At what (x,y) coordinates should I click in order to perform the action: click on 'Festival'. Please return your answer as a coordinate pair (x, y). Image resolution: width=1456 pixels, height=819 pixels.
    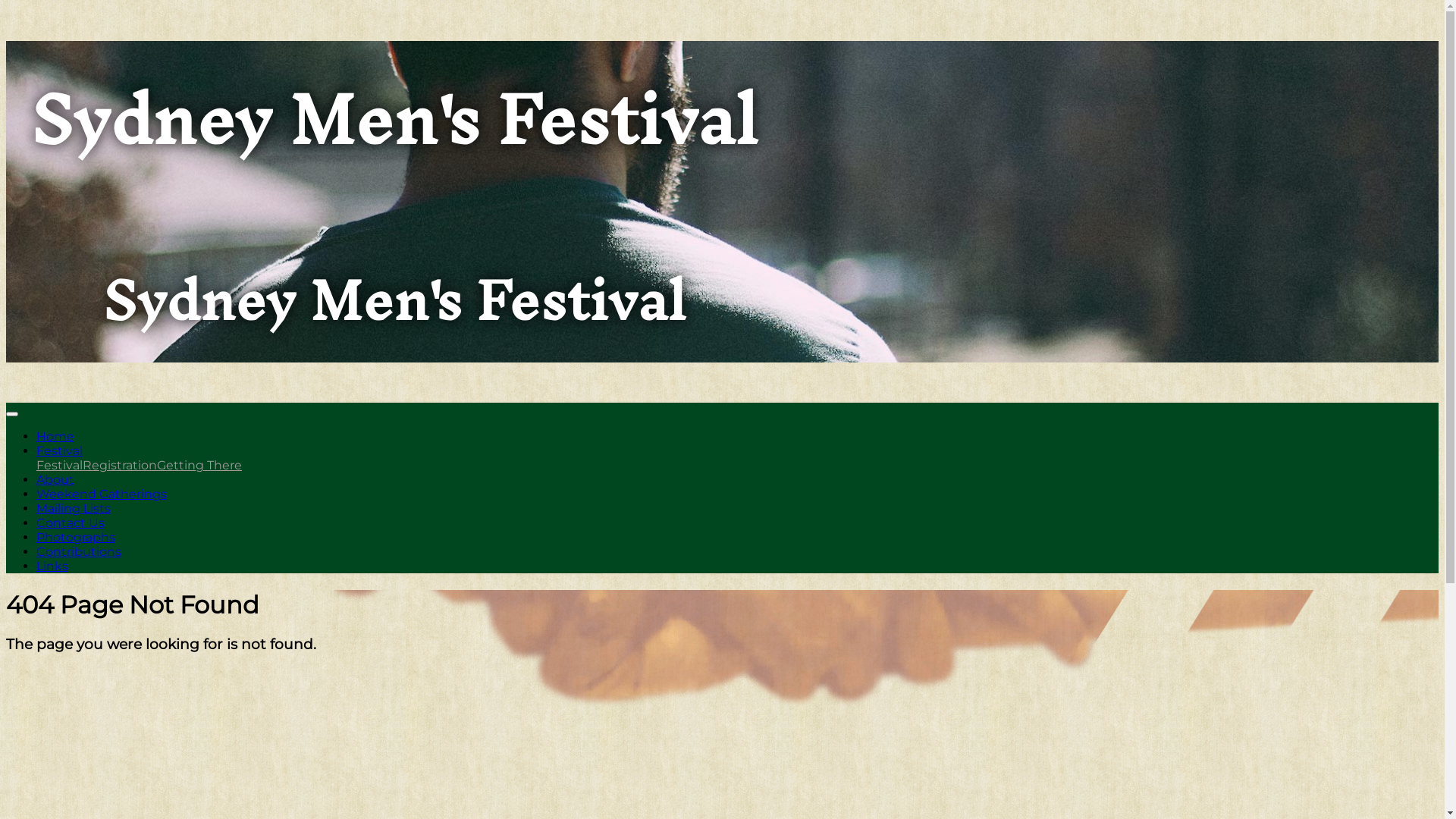
    Looking at the image, I should click on (36, 450).